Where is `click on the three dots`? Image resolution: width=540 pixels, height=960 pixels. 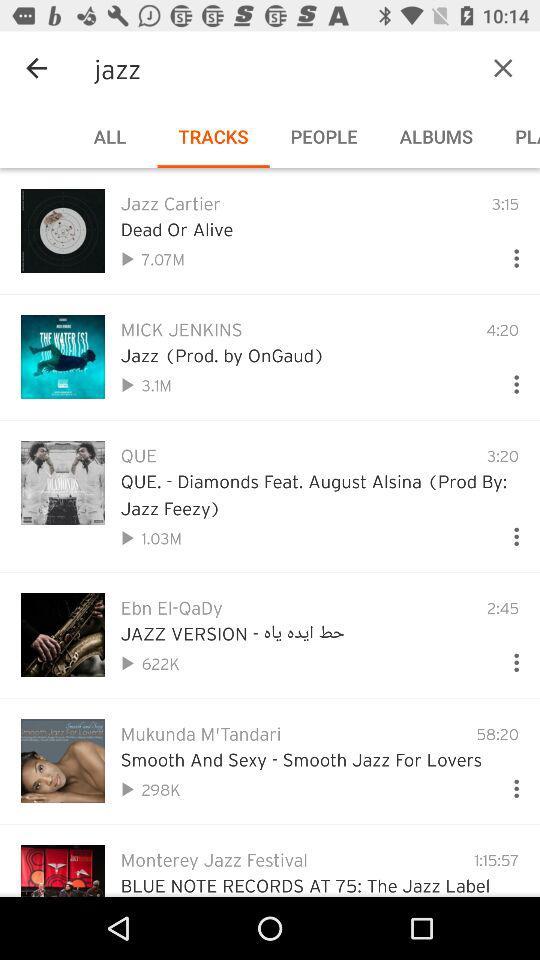 click on the three dots is located at coordinates (508, 253).